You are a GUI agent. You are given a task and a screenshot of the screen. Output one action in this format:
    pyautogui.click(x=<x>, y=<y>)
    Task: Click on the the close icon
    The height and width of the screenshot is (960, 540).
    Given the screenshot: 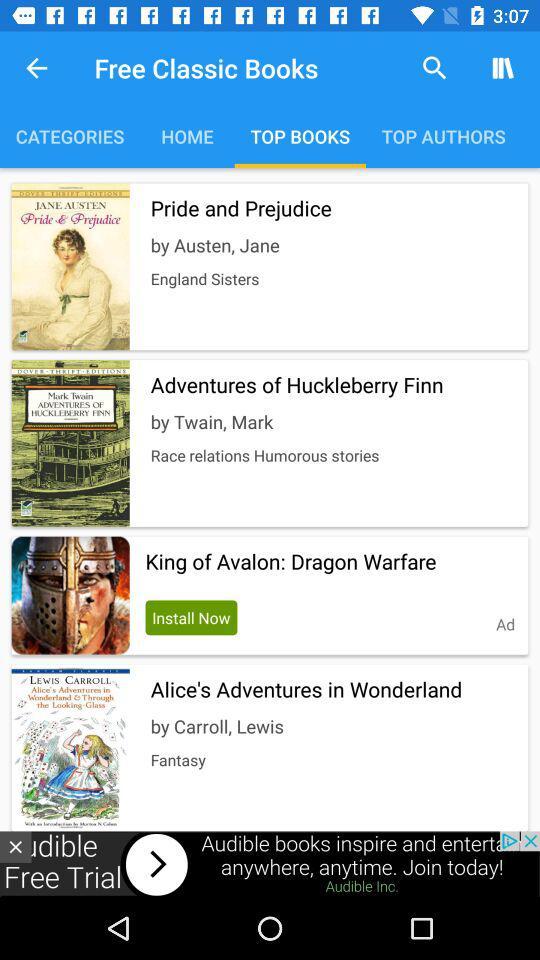 What is the action you would take?
    pyautogui.click(x=14, y=846)
    